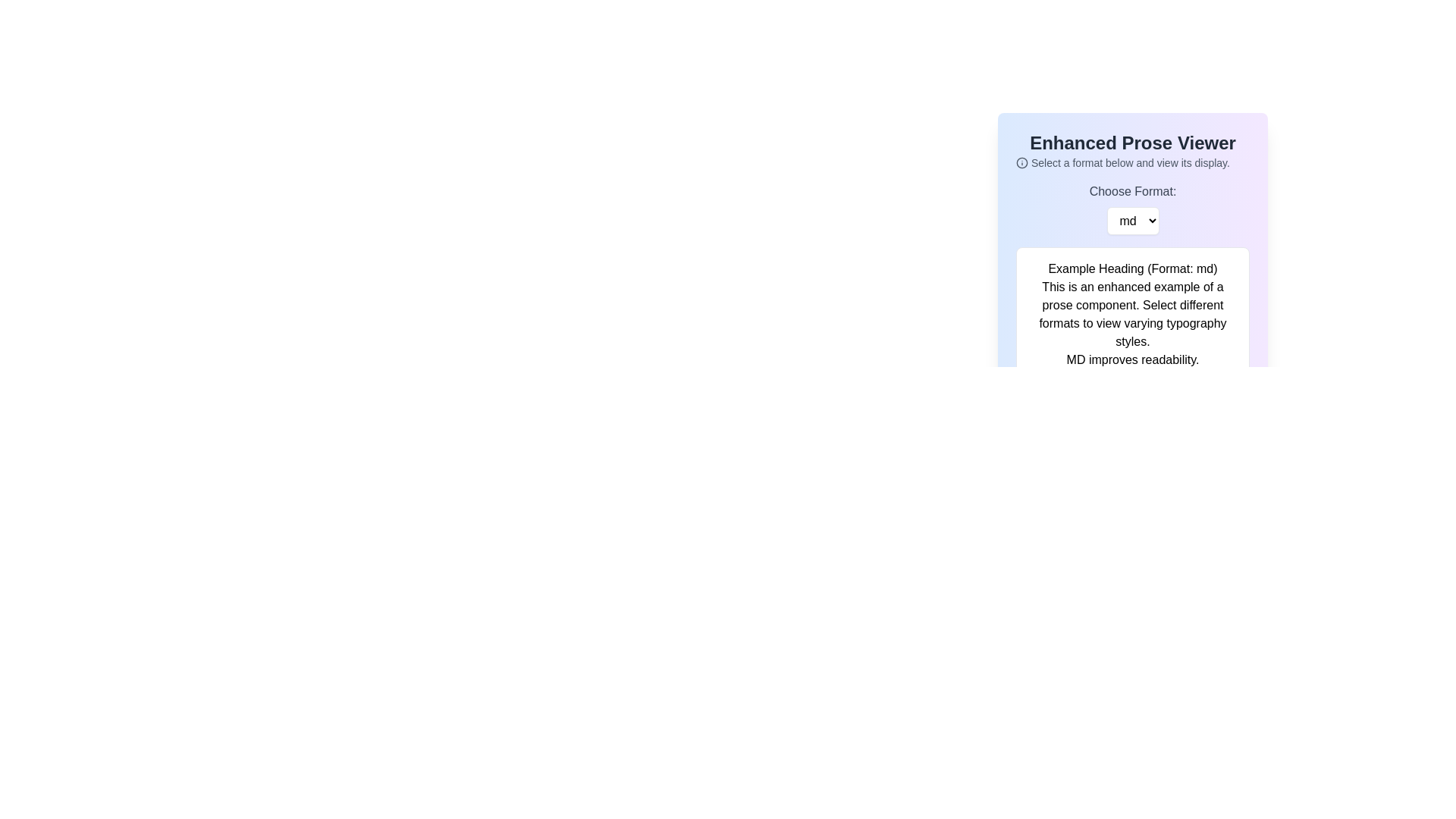 The height and width of the screenshot is (819, 1456). I want to click on the small circular 'i' icon next to the informational text block stating 'Select a format below and view its display.', so click(1132, 151).